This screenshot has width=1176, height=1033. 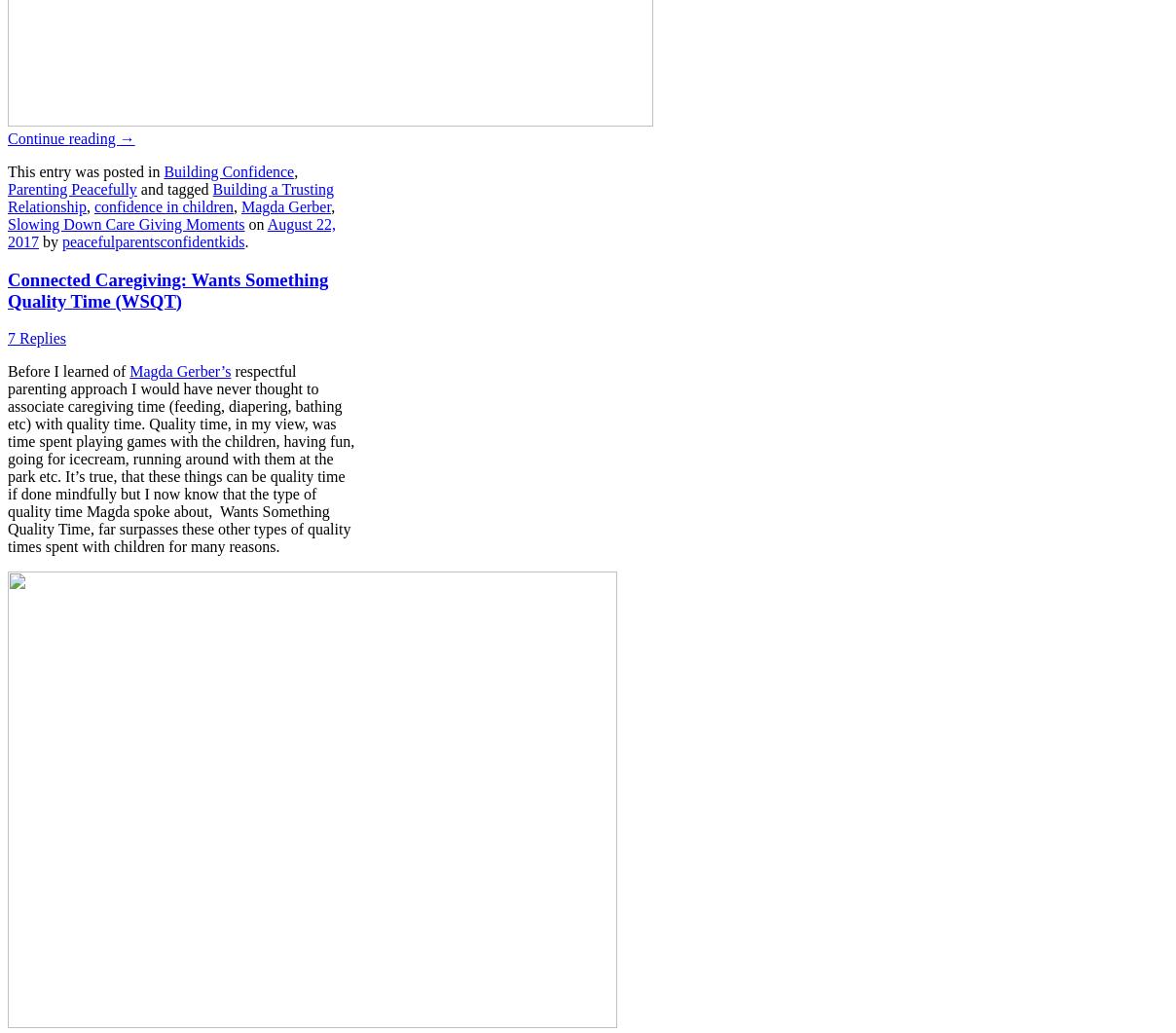 I want to click on 'Connected Caregiving: Wants Something Quality Time (WSQT)', so click(x=167, y=288).